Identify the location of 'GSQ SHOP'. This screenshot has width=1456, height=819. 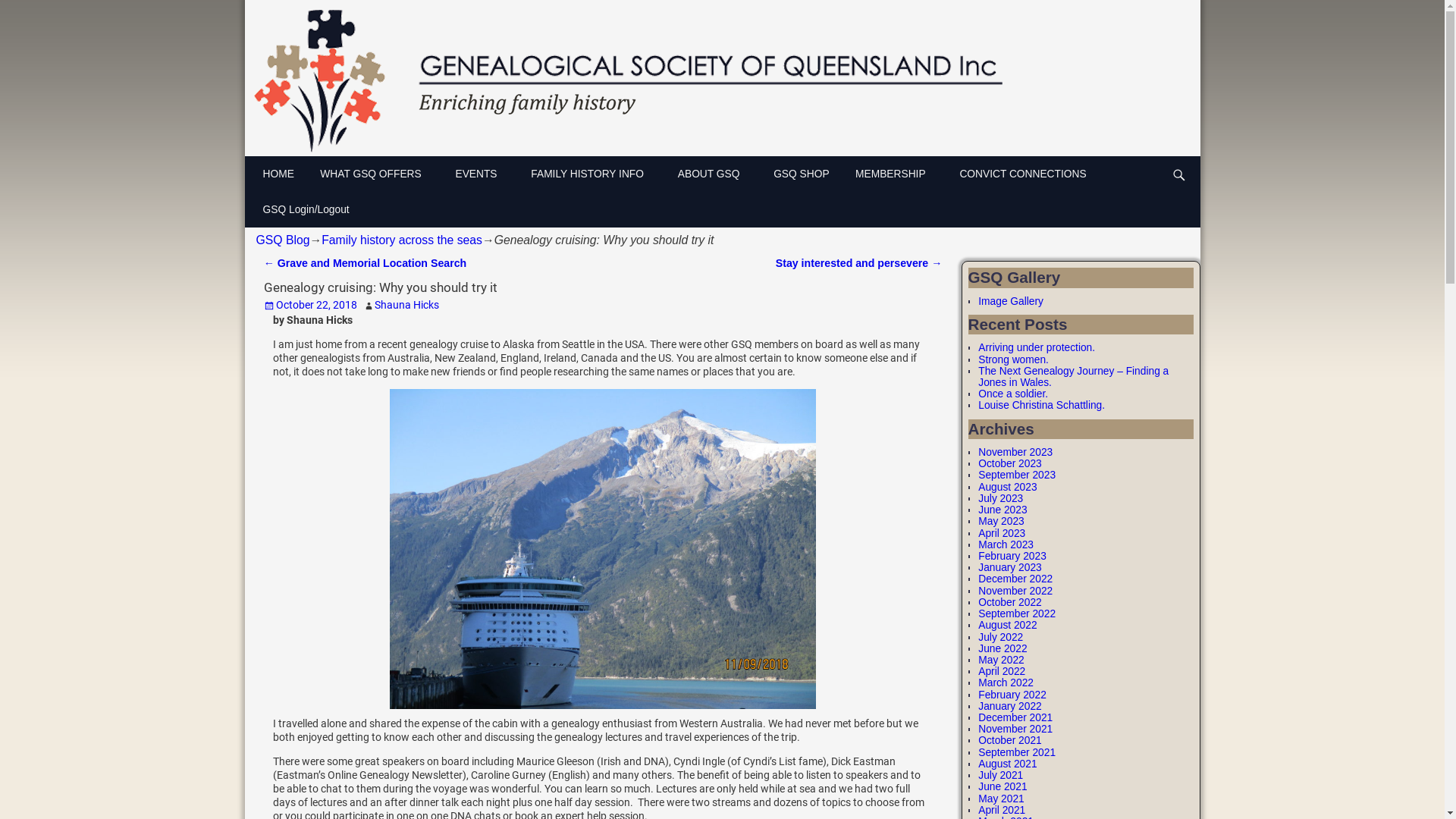
(806, 173).